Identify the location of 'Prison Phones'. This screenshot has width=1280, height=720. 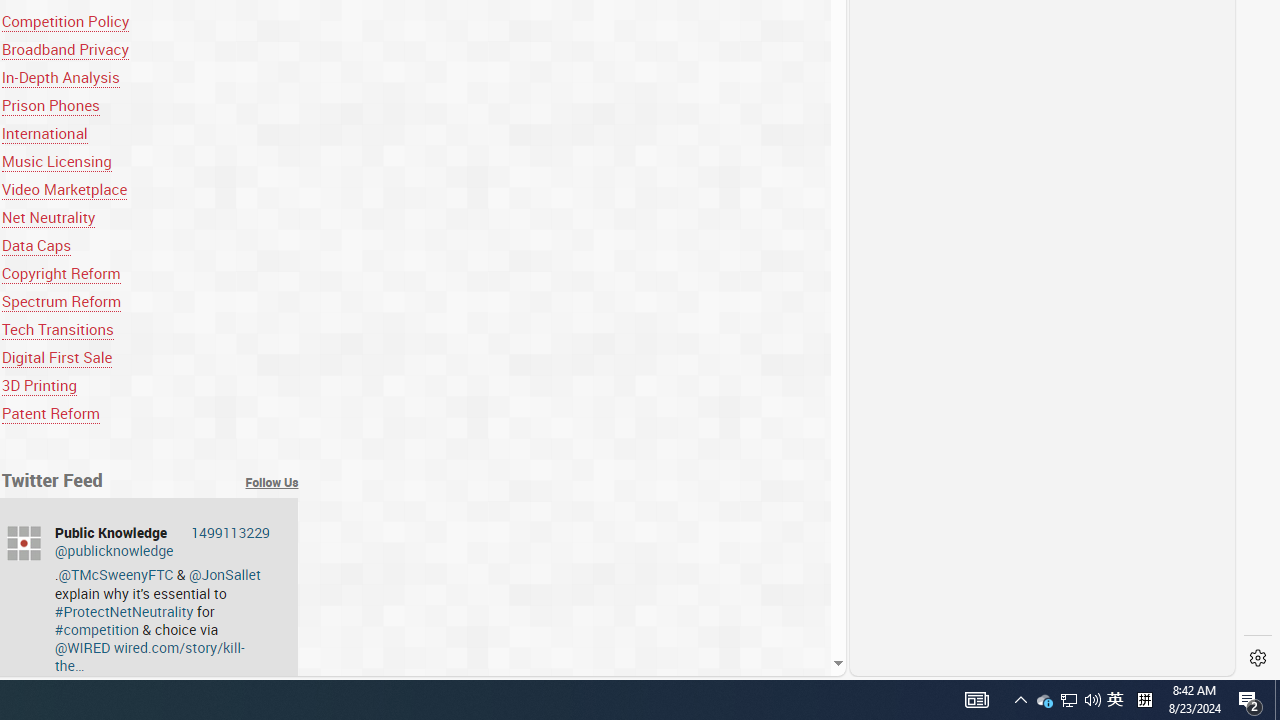
(50, 105).